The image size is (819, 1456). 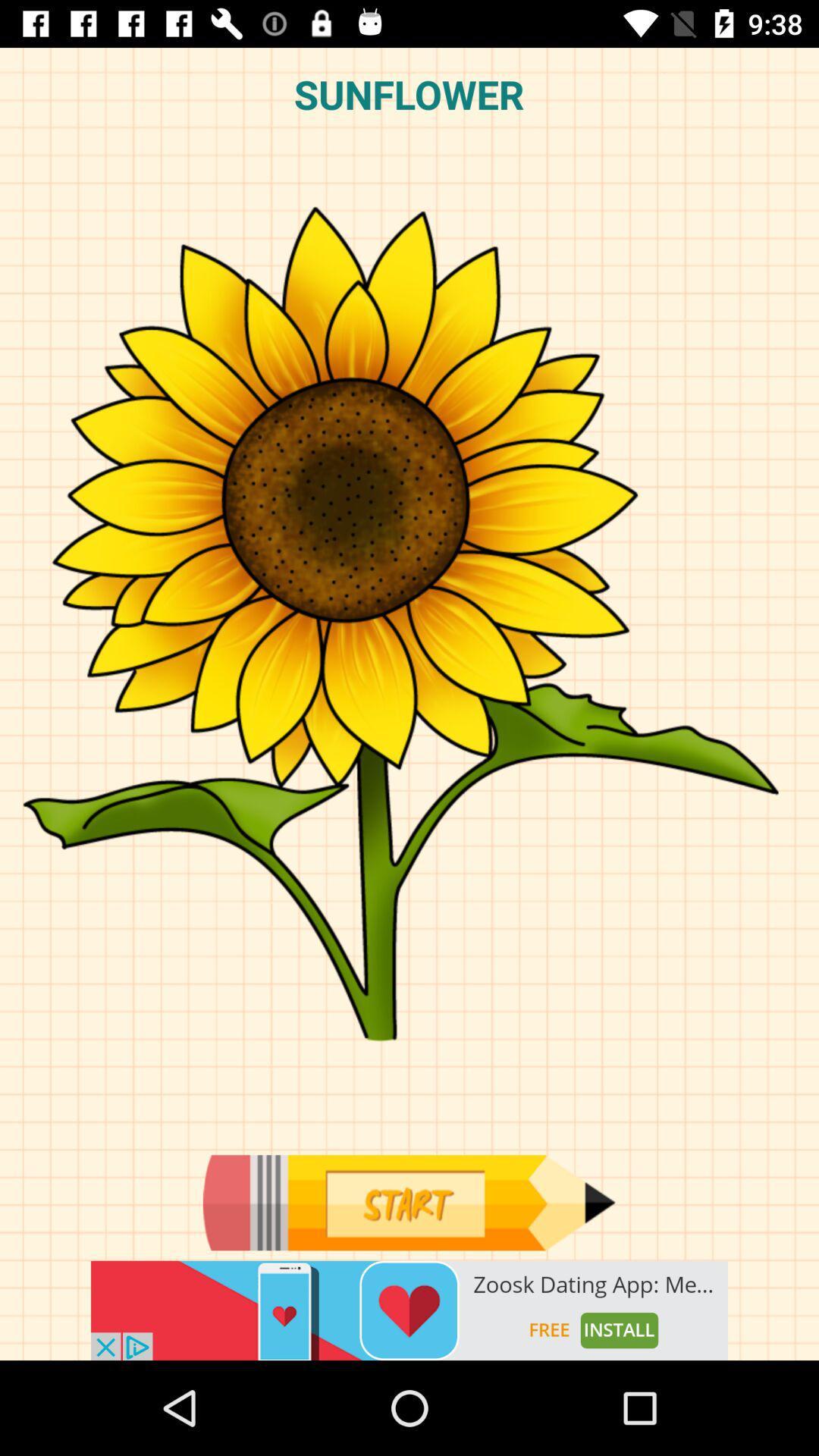 I want to click on advertisement, so click(x=409, y=1310).